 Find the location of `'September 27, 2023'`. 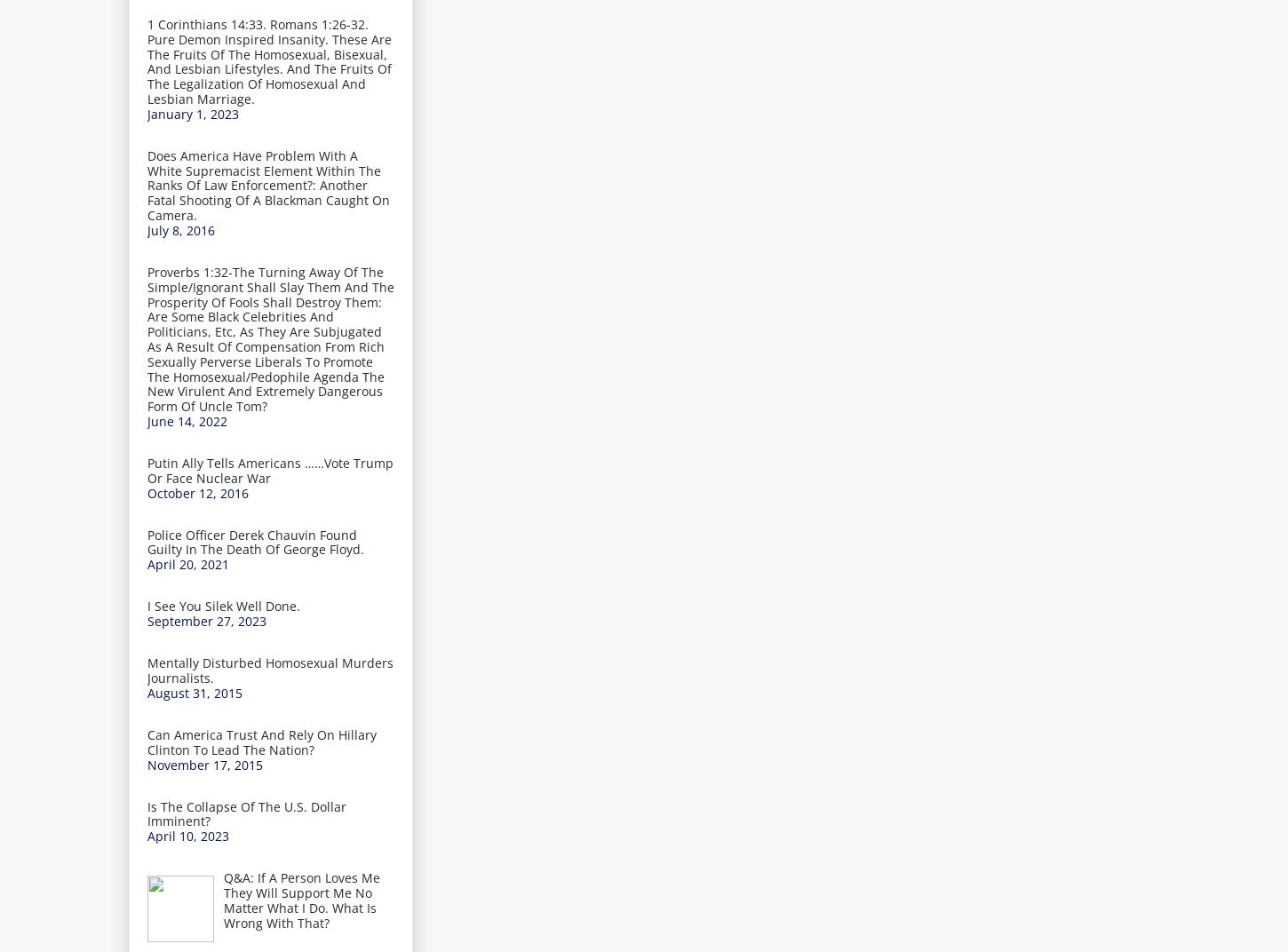

'September 27, 2023' is located at coordinates (206, 620).